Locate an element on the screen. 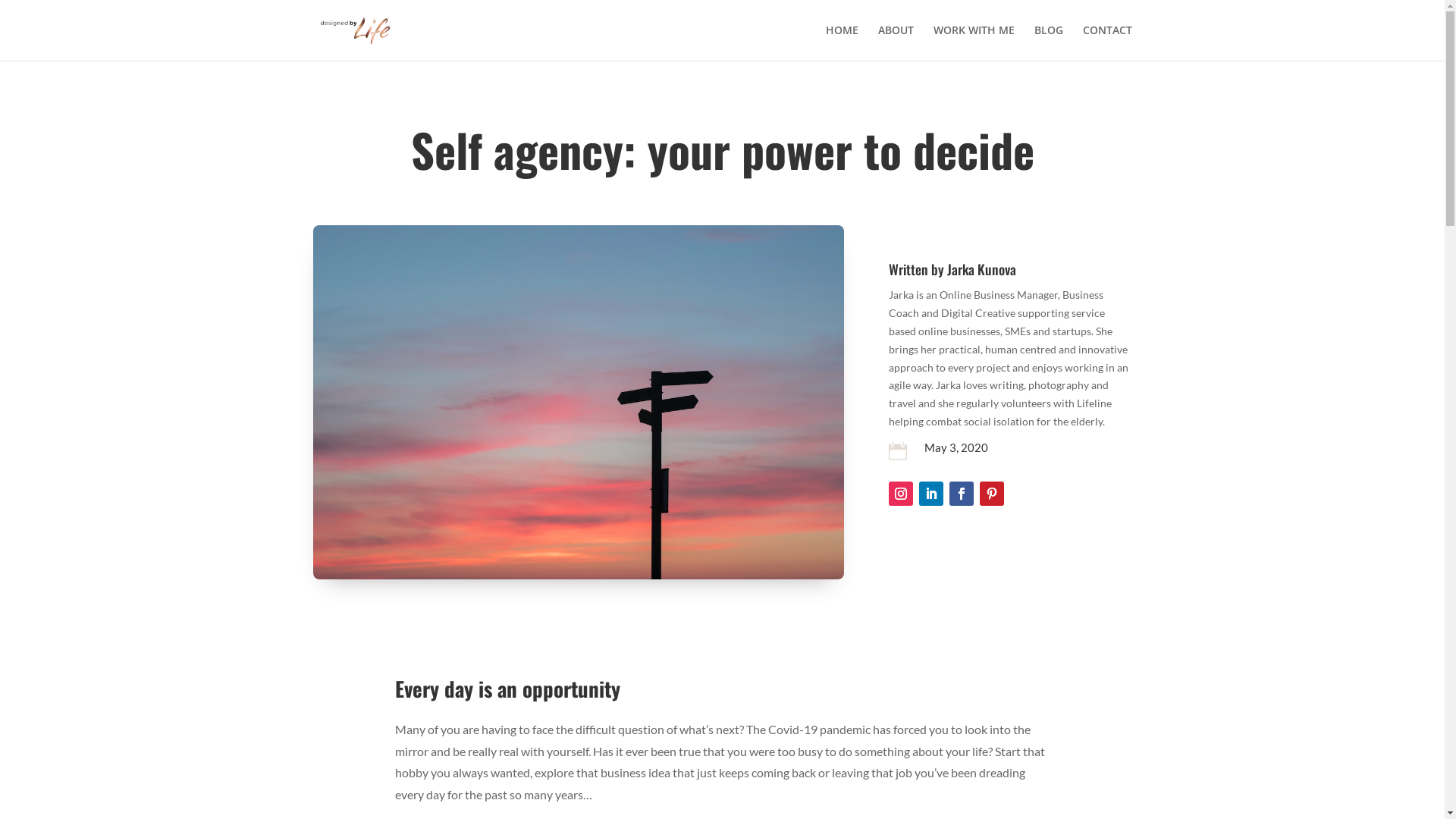 This screenshot has height=819, width=1456. 'Follow on Pinterest' is located at coordinates (979, 494).